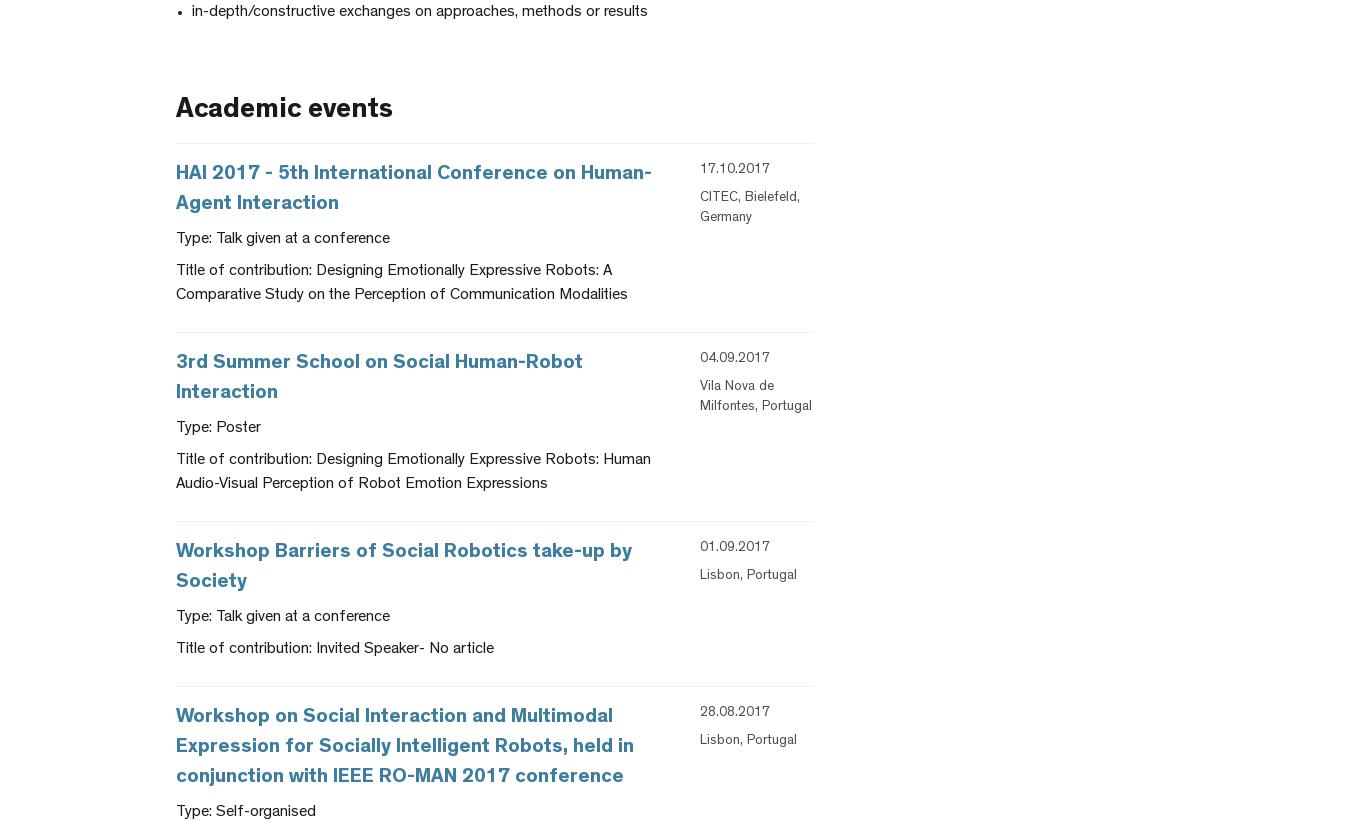 This screenshot has height=821, width=1350. What do you see at coordinates (419, 11) in the screenshot?
I see `'in-depth/constructive exchanges on approaches, methods or results'` at bounding box center [419, 11].